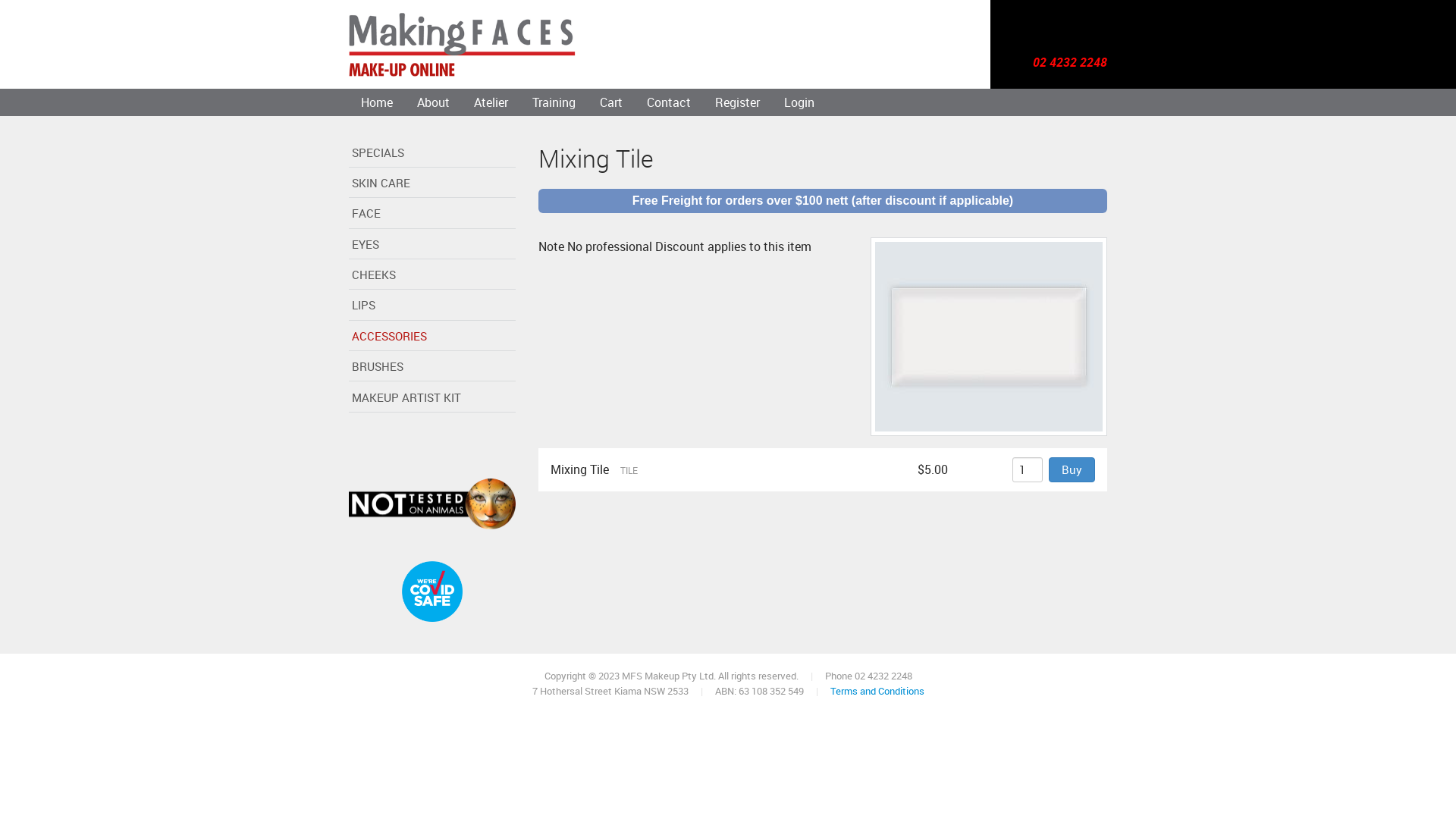  What do you see at coordinates (431, 215) in the screenshot?
I see `'FACE'` at bounding box center [431, 215].